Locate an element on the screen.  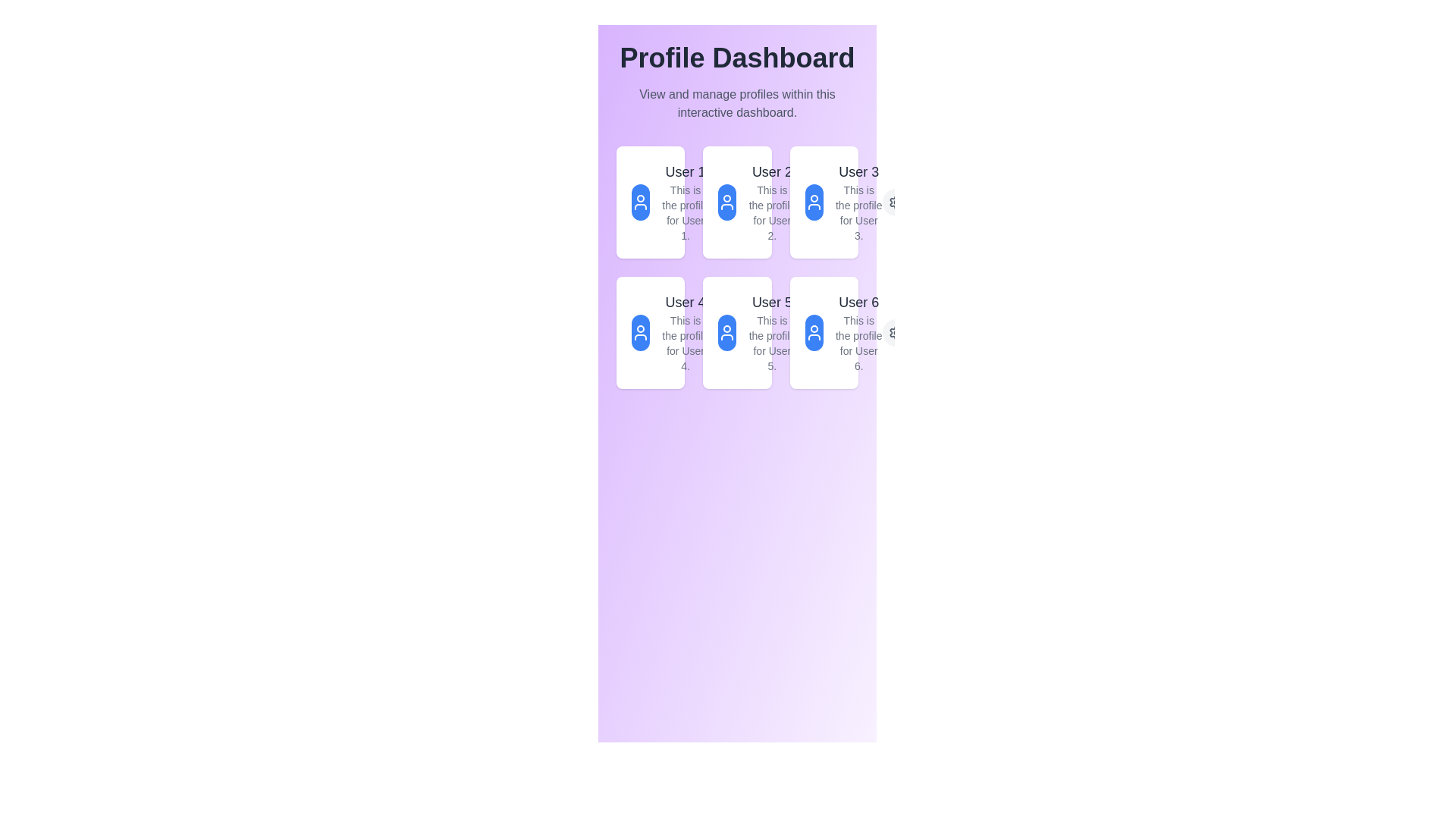
the text label at the top of the user profile card for 'User 2' in the second column of the first row of the grid layout is located at coordinates (772, 171).